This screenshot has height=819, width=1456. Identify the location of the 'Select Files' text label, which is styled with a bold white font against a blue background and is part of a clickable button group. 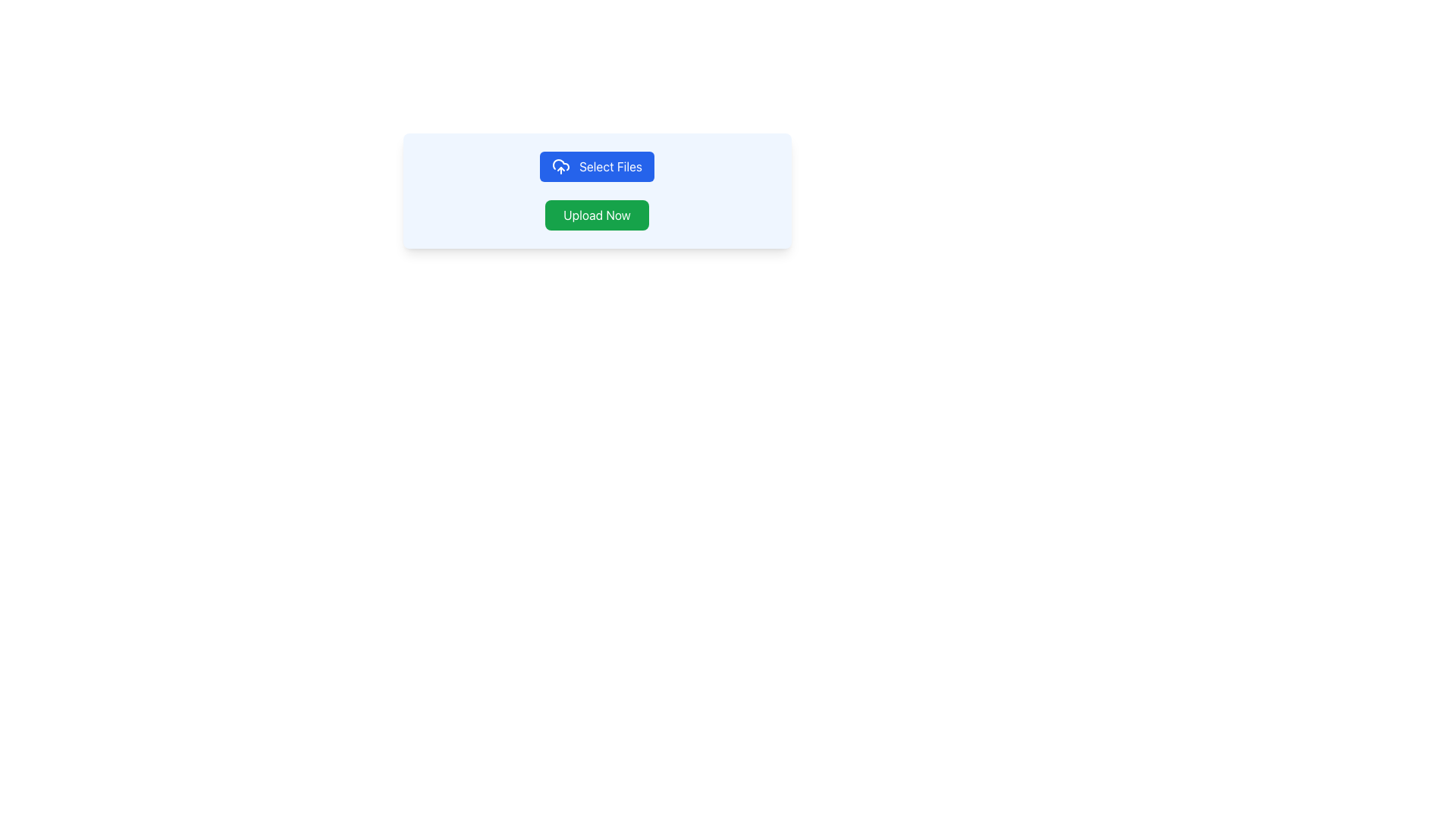
(610, 166).